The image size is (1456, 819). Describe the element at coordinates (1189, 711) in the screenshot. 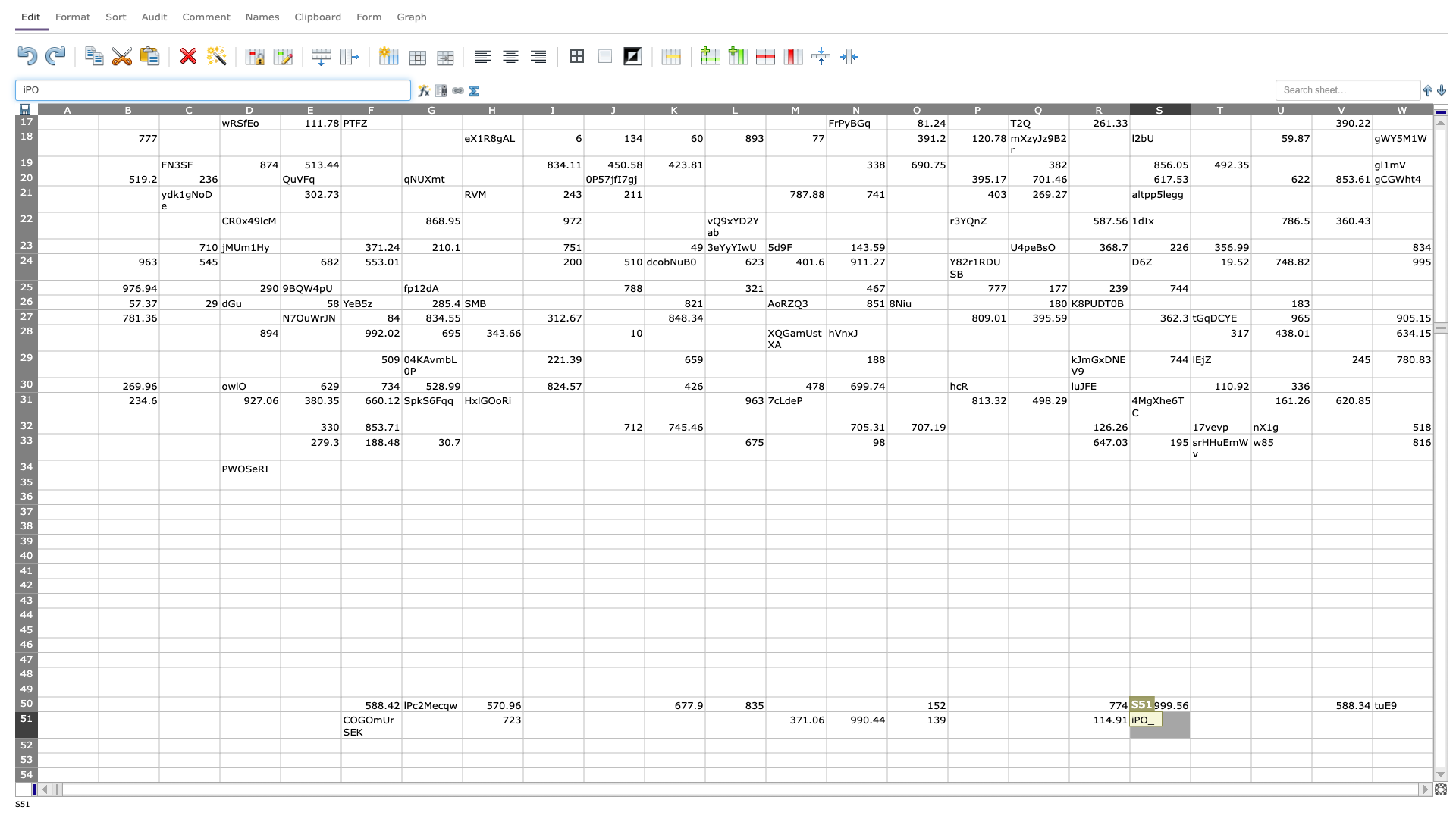

I see `top left corner of T51` at that location.